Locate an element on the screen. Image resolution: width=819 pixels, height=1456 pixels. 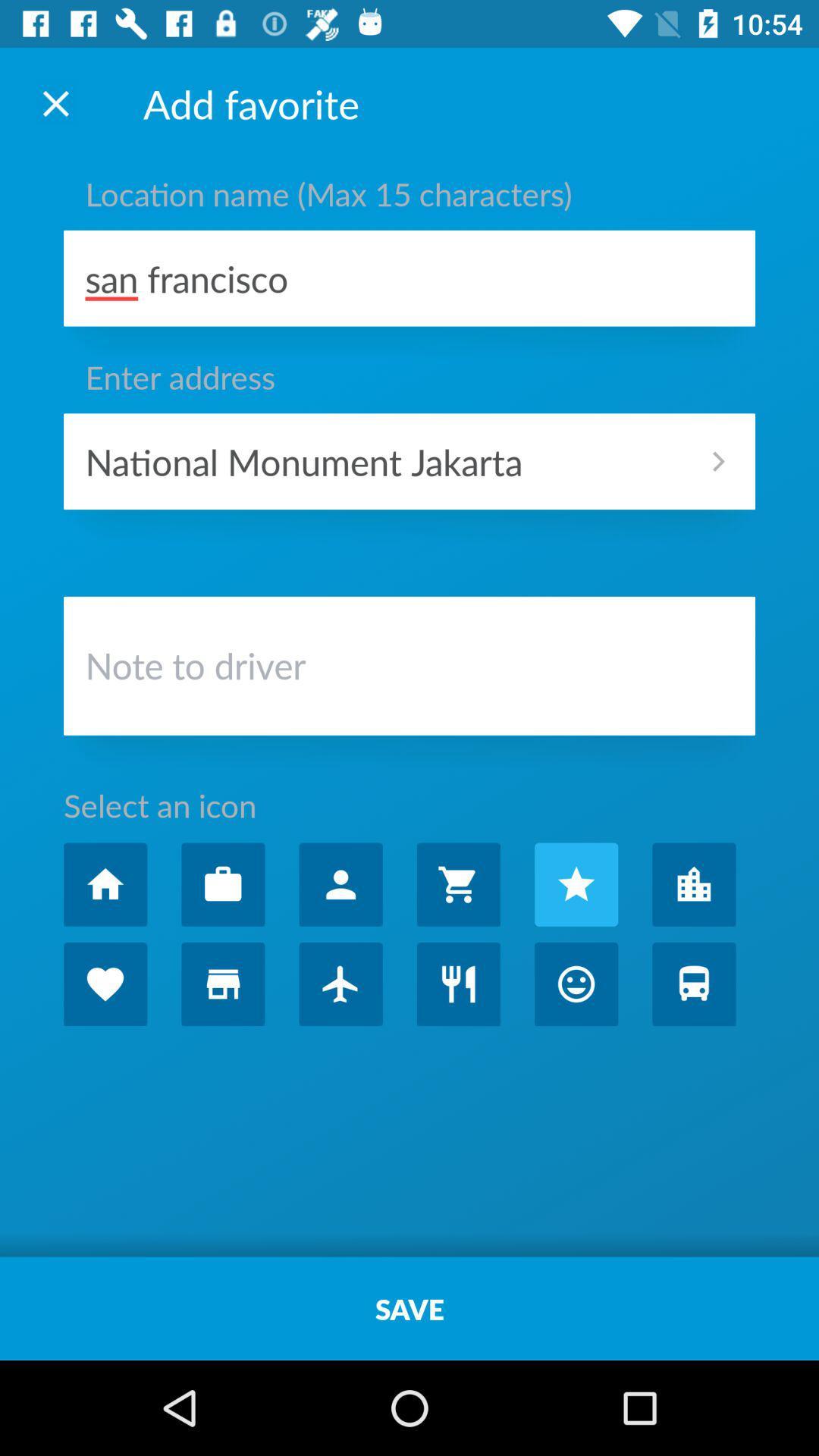
icon is located at coordinates (576, 884).